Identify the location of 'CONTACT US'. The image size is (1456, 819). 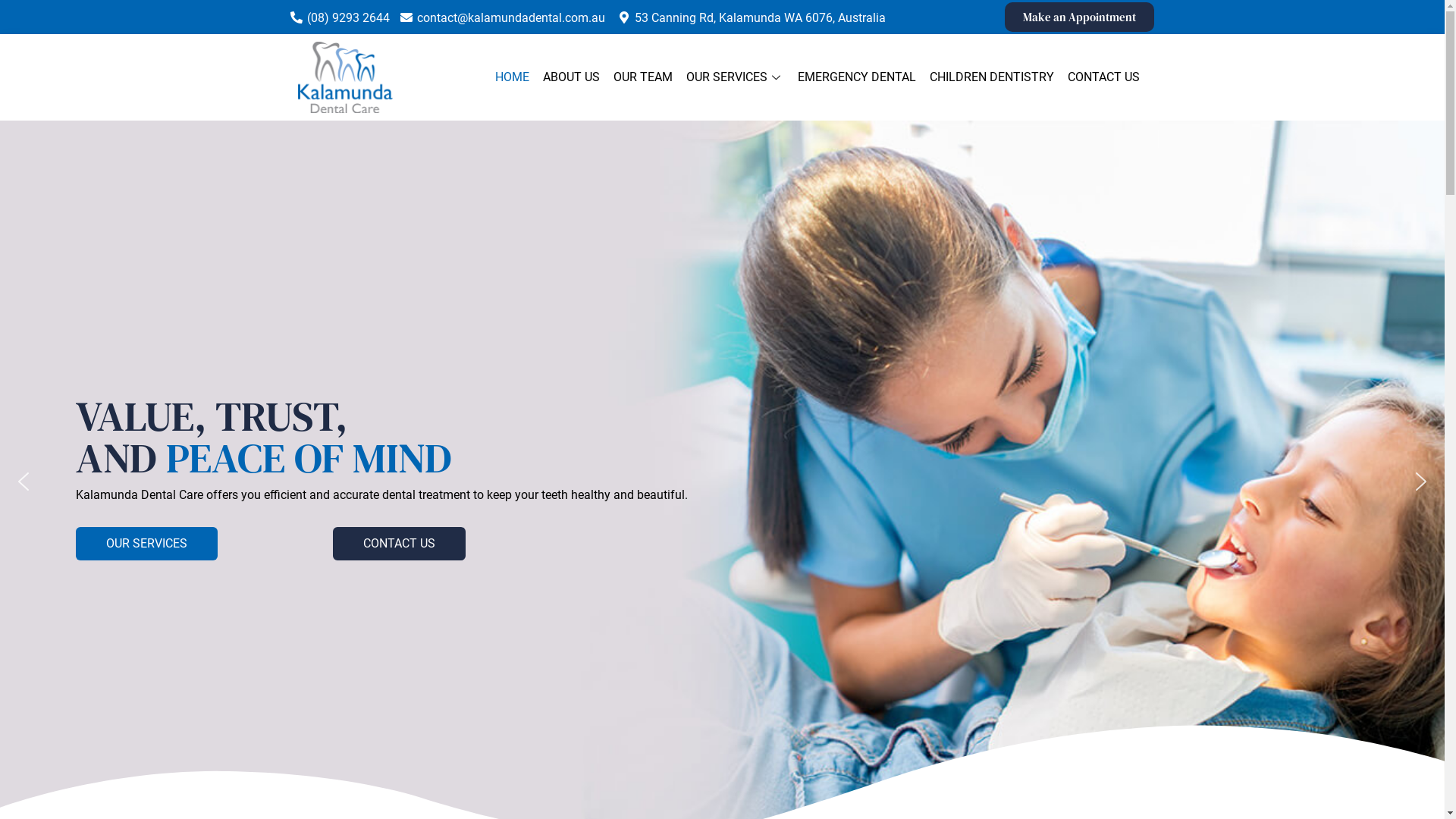
(331, 543).